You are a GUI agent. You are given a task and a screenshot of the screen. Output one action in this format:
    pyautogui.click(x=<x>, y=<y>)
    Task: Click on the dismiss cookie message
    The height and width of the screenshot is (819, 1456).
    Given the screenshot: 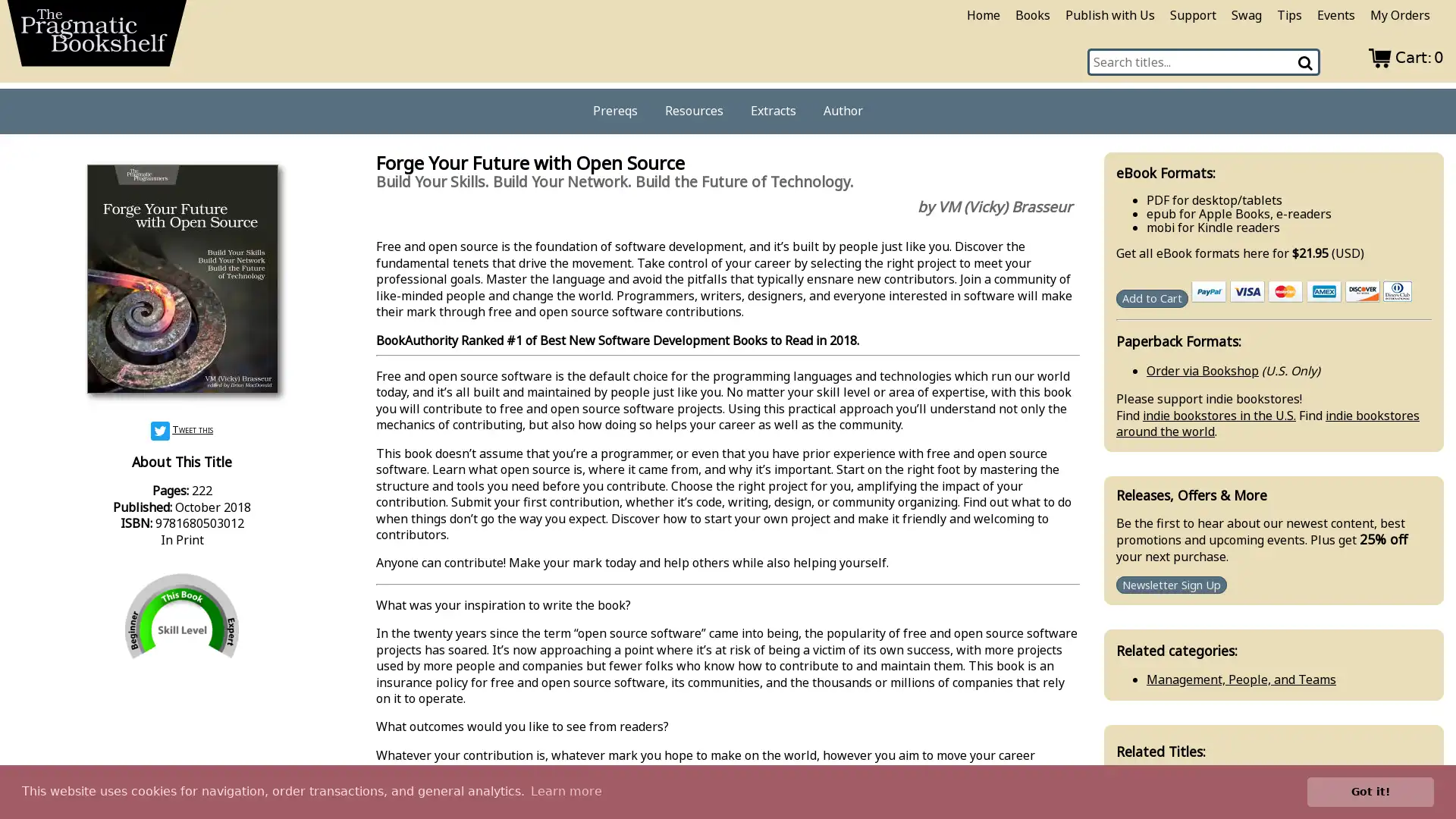 What is the action you would take?
    pyautogui.click(x=1370, y=791)
    